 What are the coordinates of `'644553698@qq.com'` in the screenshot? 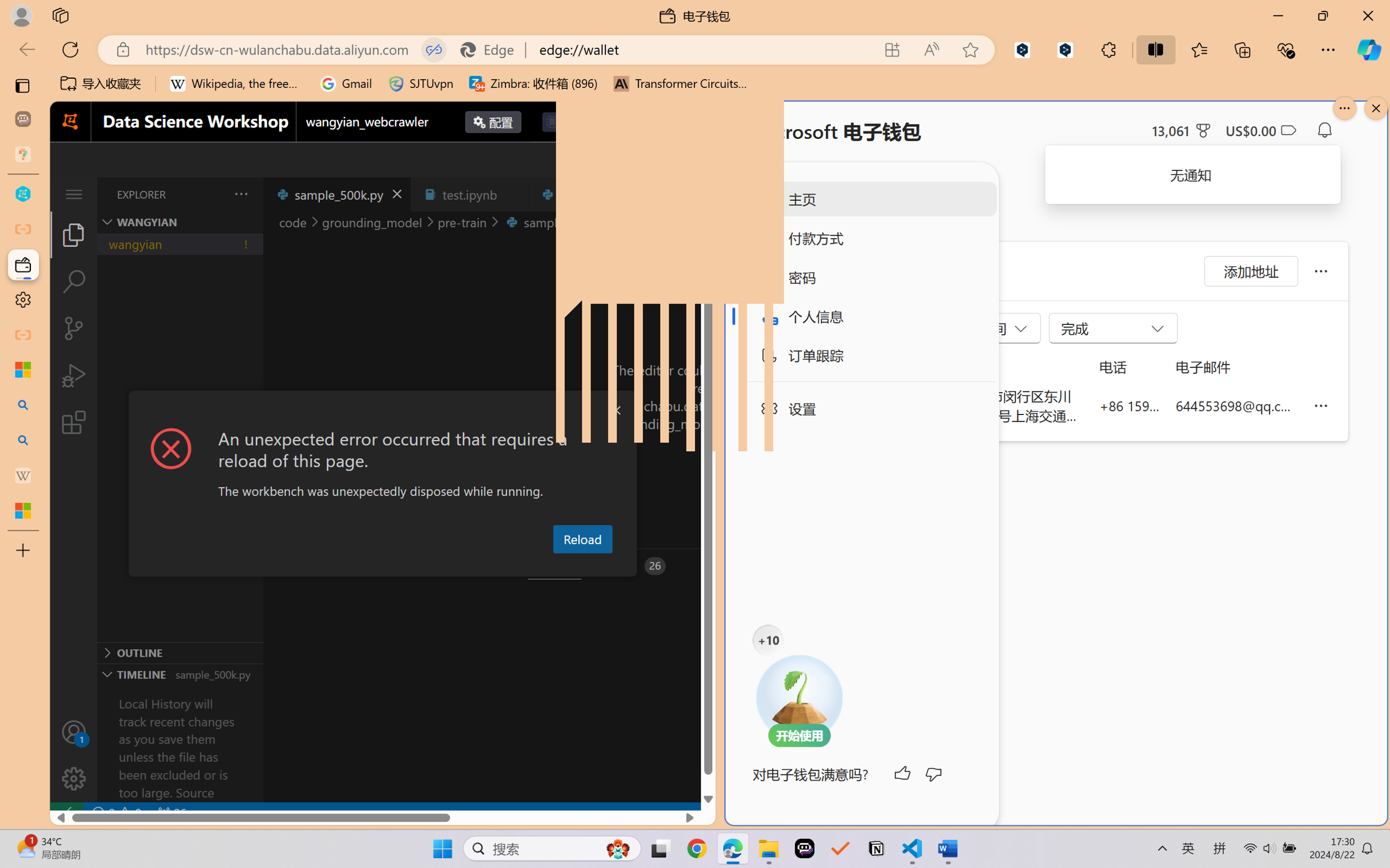 It's located at (1236, 405).